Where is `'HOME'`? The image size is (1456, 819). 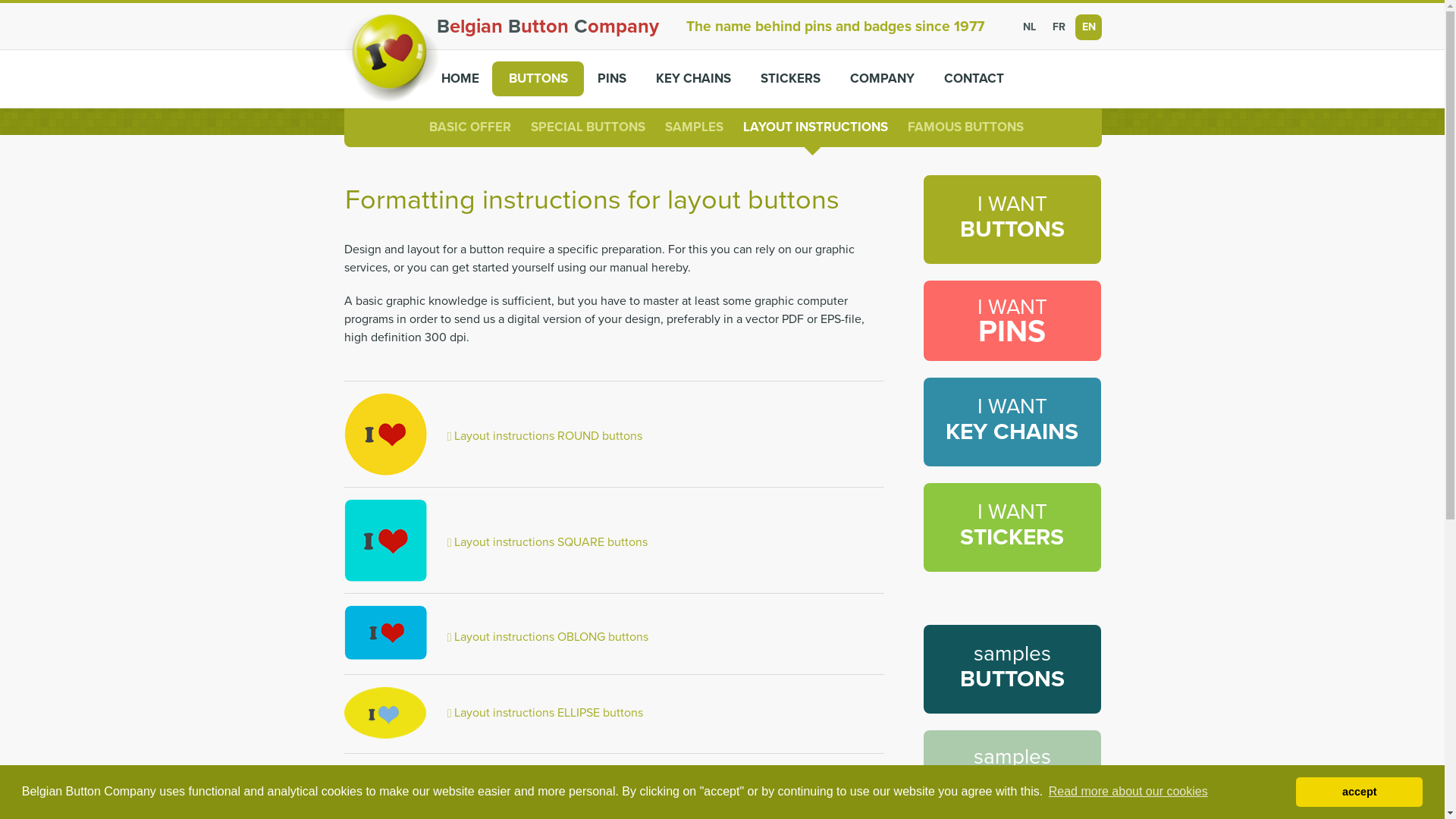 'HOME' is located at coordinates (459, 79).